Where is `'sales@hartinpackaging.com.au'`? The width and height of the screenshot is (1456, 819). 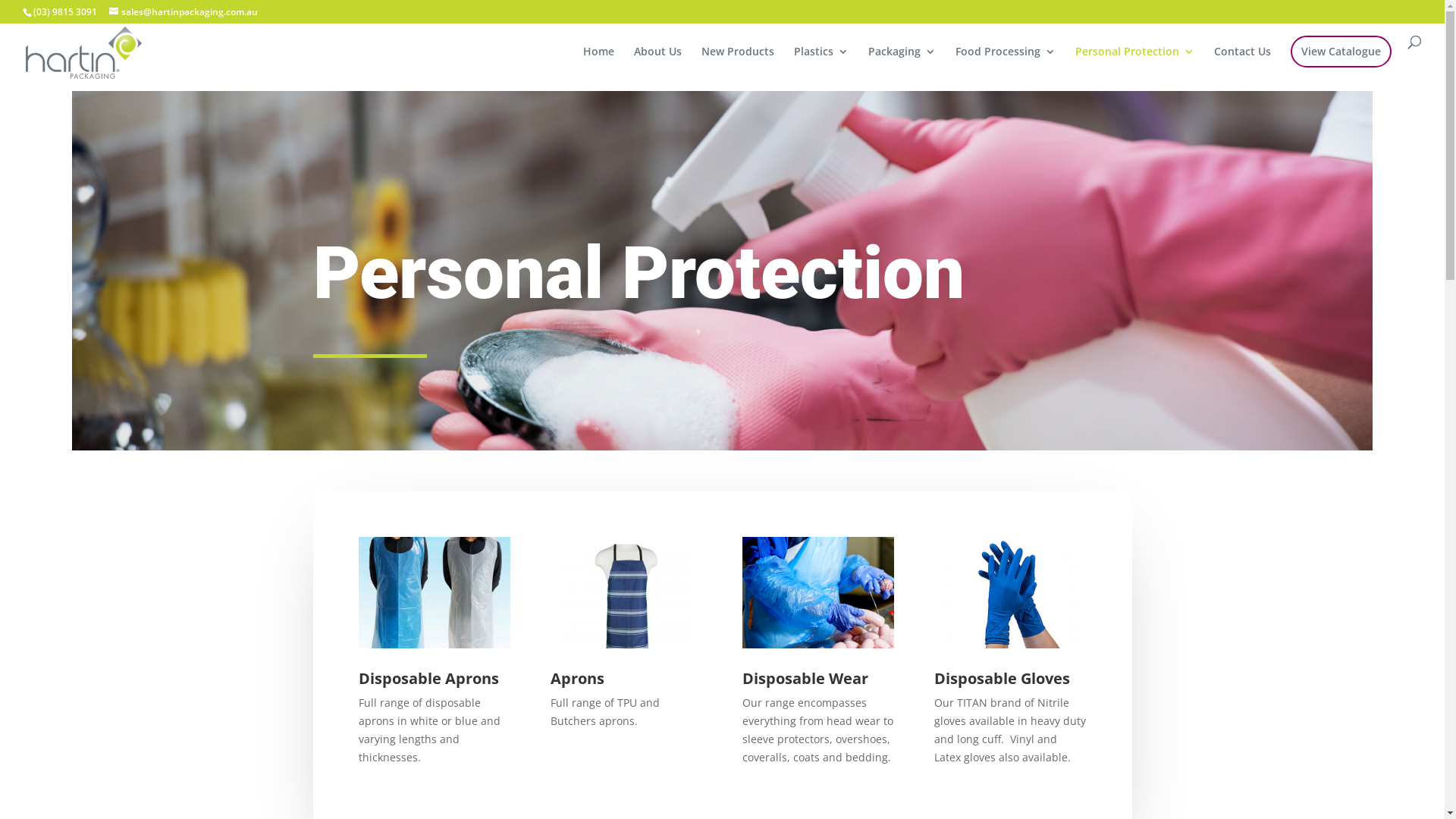 'sales@hartinpackaging.com.au' is located at coordinates (182, 11).